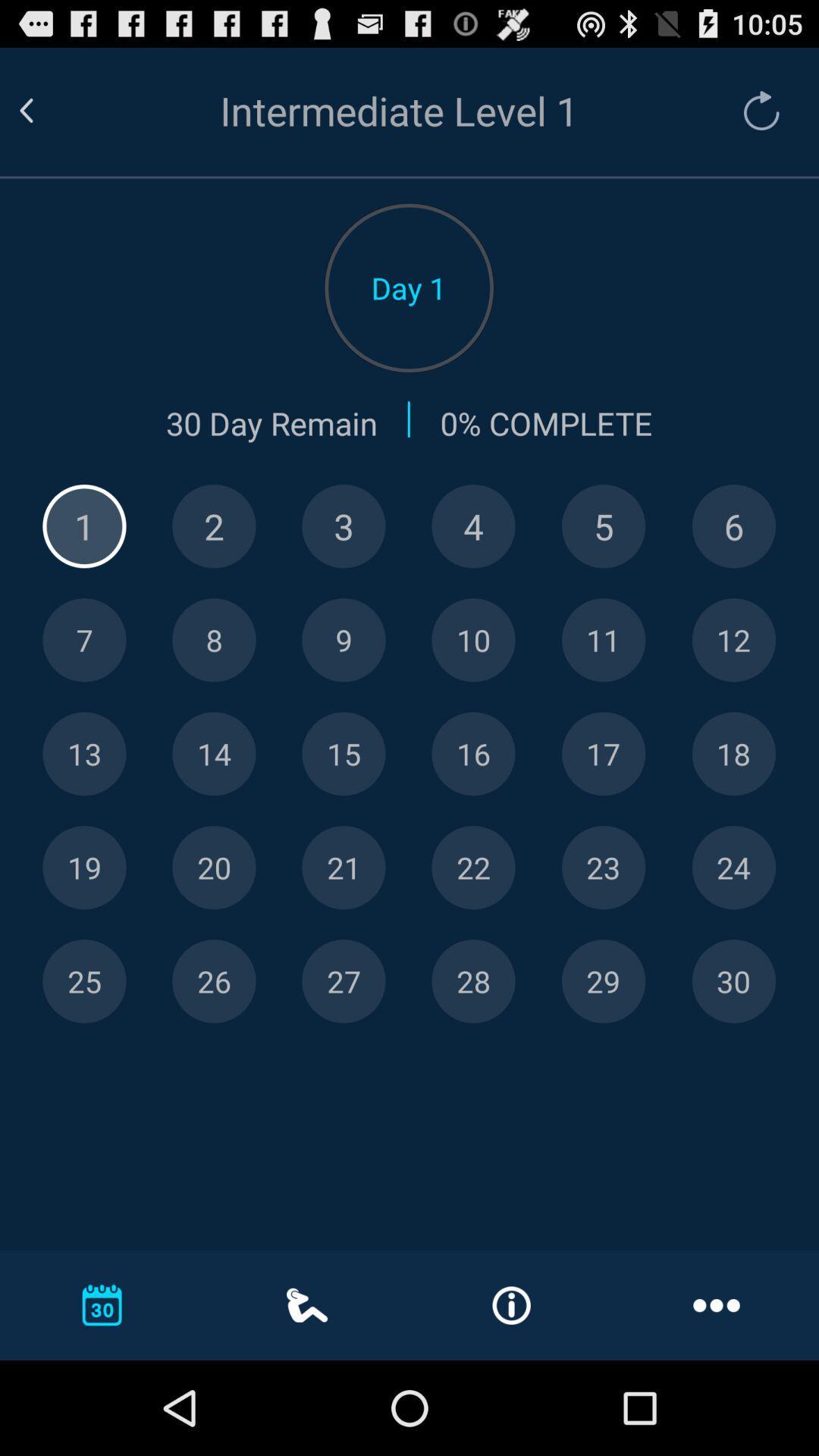 Image resolution: width=819 pixels, height=1456 pixels. What do you see at coordinates (84, 640) in the screenshot?
I see `number 7` at bounding box center [84, 640].